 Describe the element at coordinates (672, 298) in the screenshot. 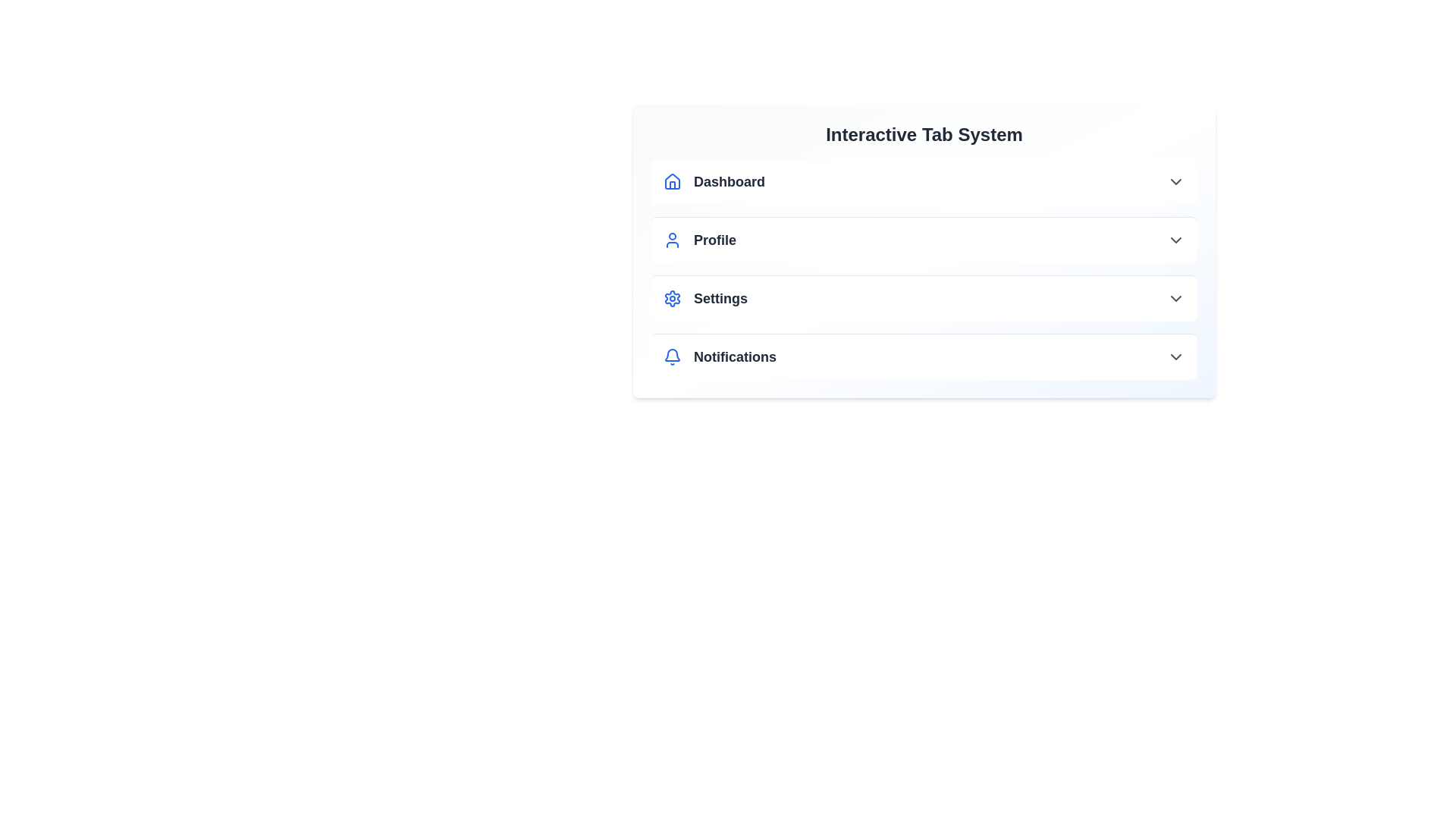

I see `the Settings icon located at the first position on the left of the 'Settings' row in the navigation menu` at that location.